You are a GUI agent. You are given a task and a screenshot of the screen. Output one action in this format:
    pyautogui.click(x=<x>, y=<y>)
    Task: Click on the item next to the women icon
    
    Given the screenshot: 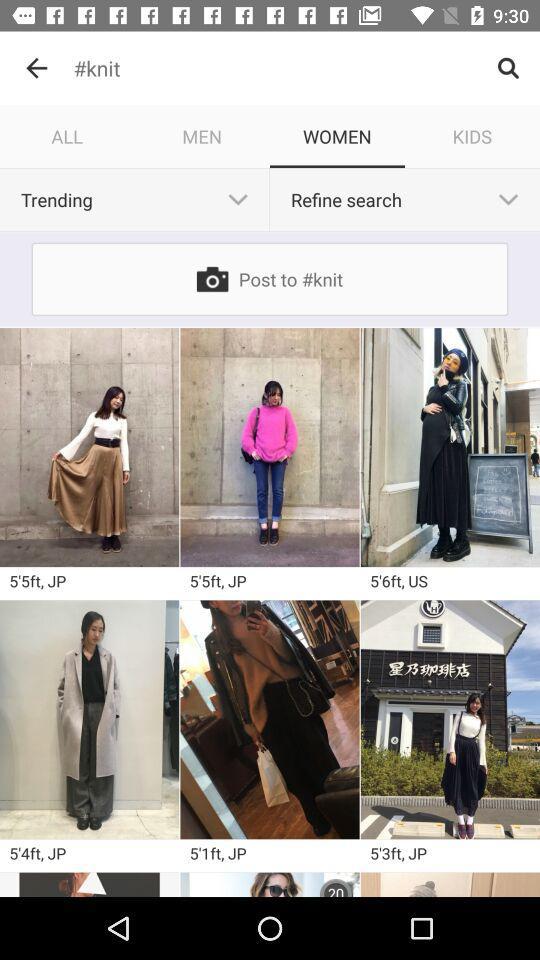 What is the action you would take?
    pyautogui.click(x=202, y=135)
    